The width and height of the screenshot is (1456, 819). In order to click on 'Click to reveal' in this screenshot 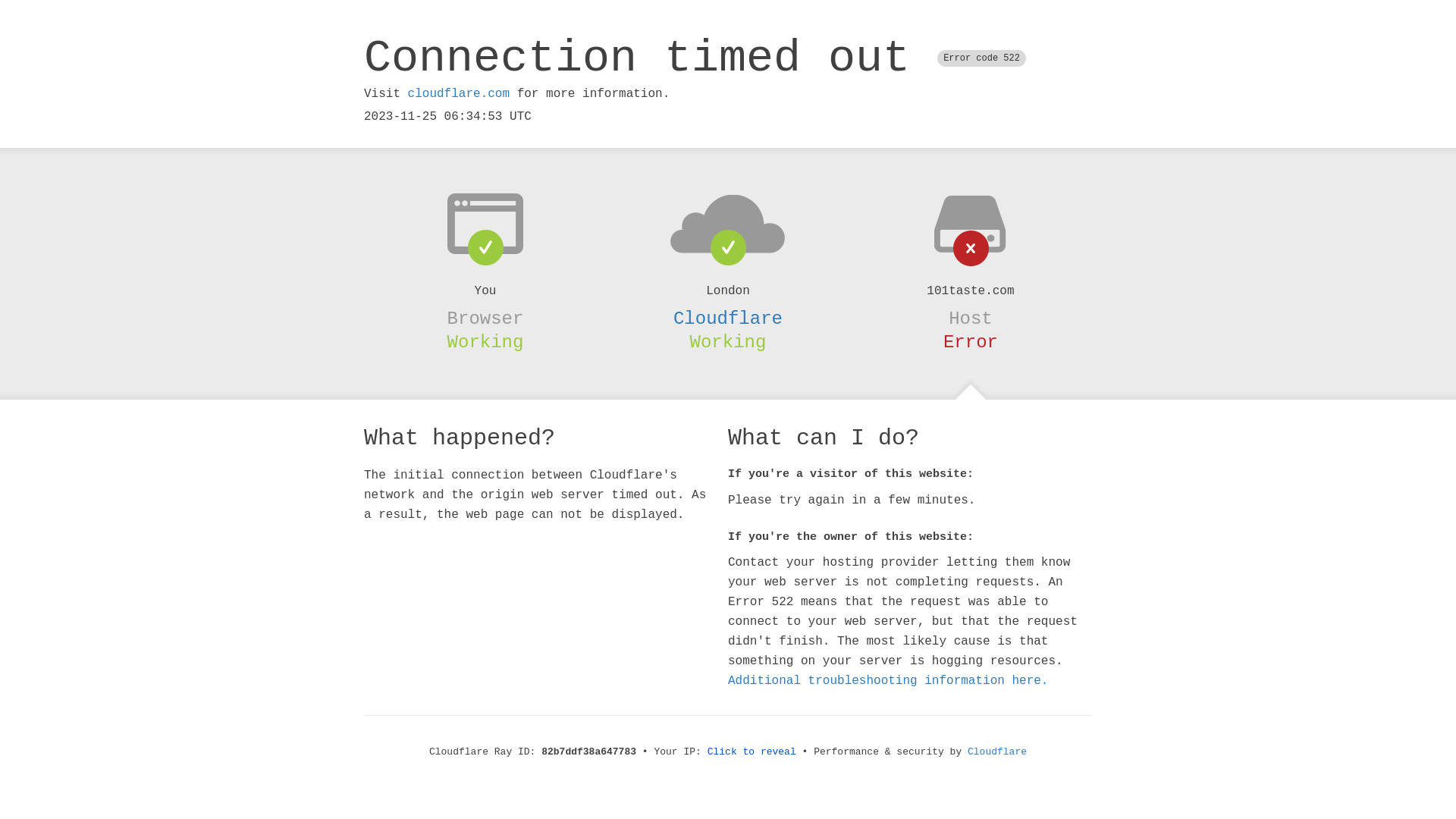, I will do `click(752, 752)`.